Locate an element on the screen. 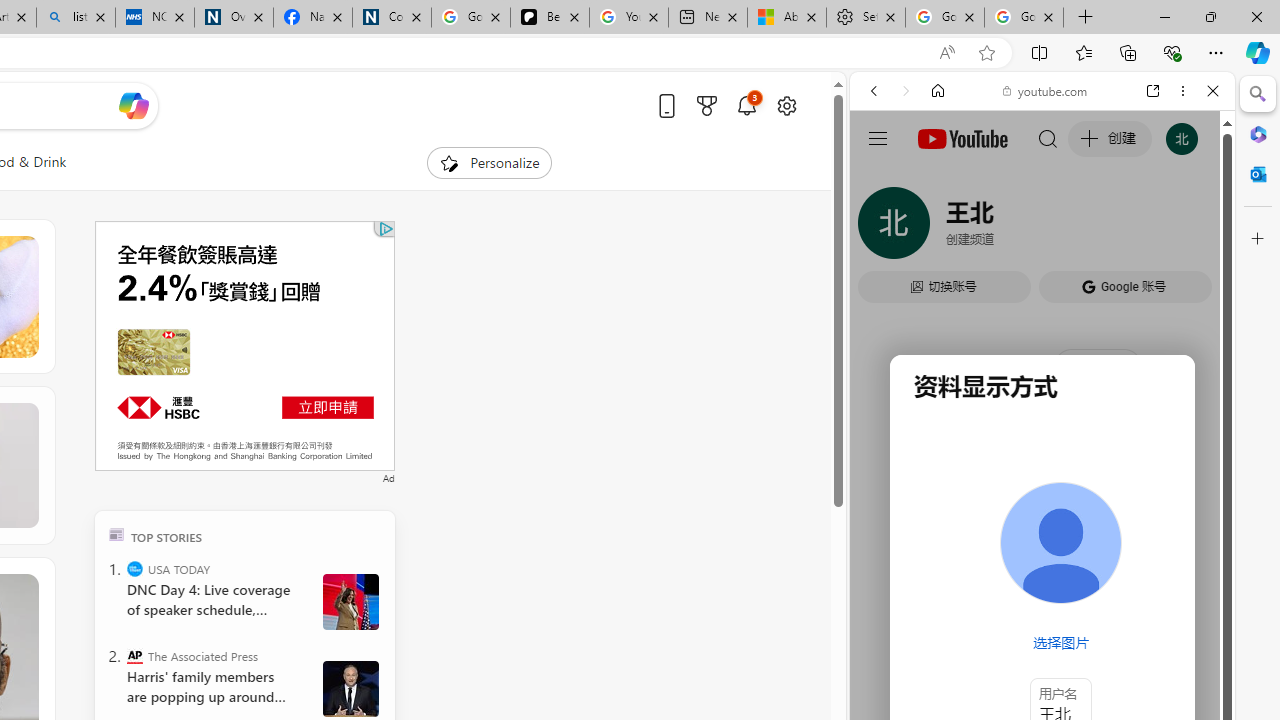 This screenshot has width=1280, height=720. '#you' is located at coordinates (1041, 445).